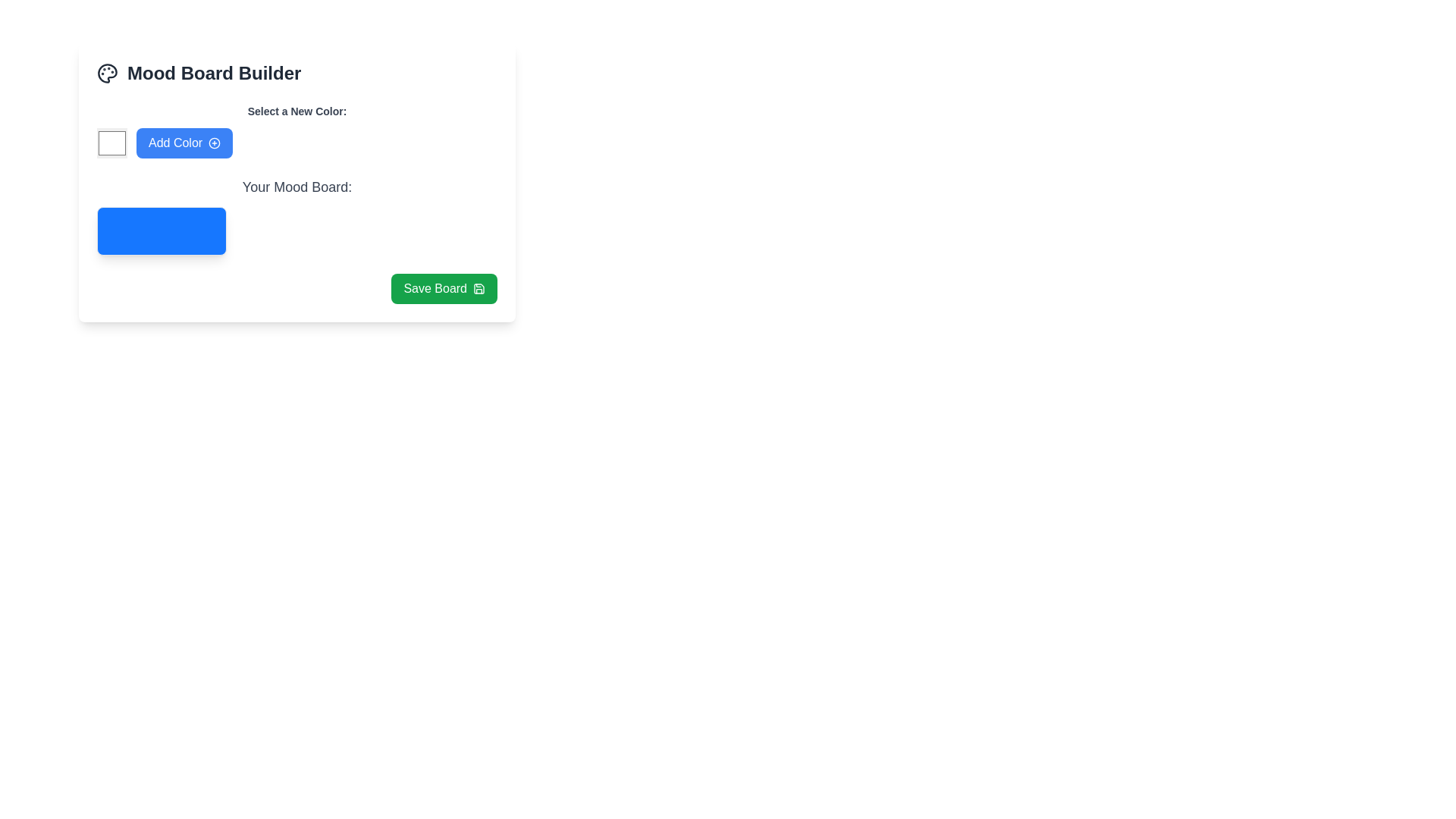  I want to click on the title 'Mood Board Builder' to understand the section's purpose, so click(297, 73).